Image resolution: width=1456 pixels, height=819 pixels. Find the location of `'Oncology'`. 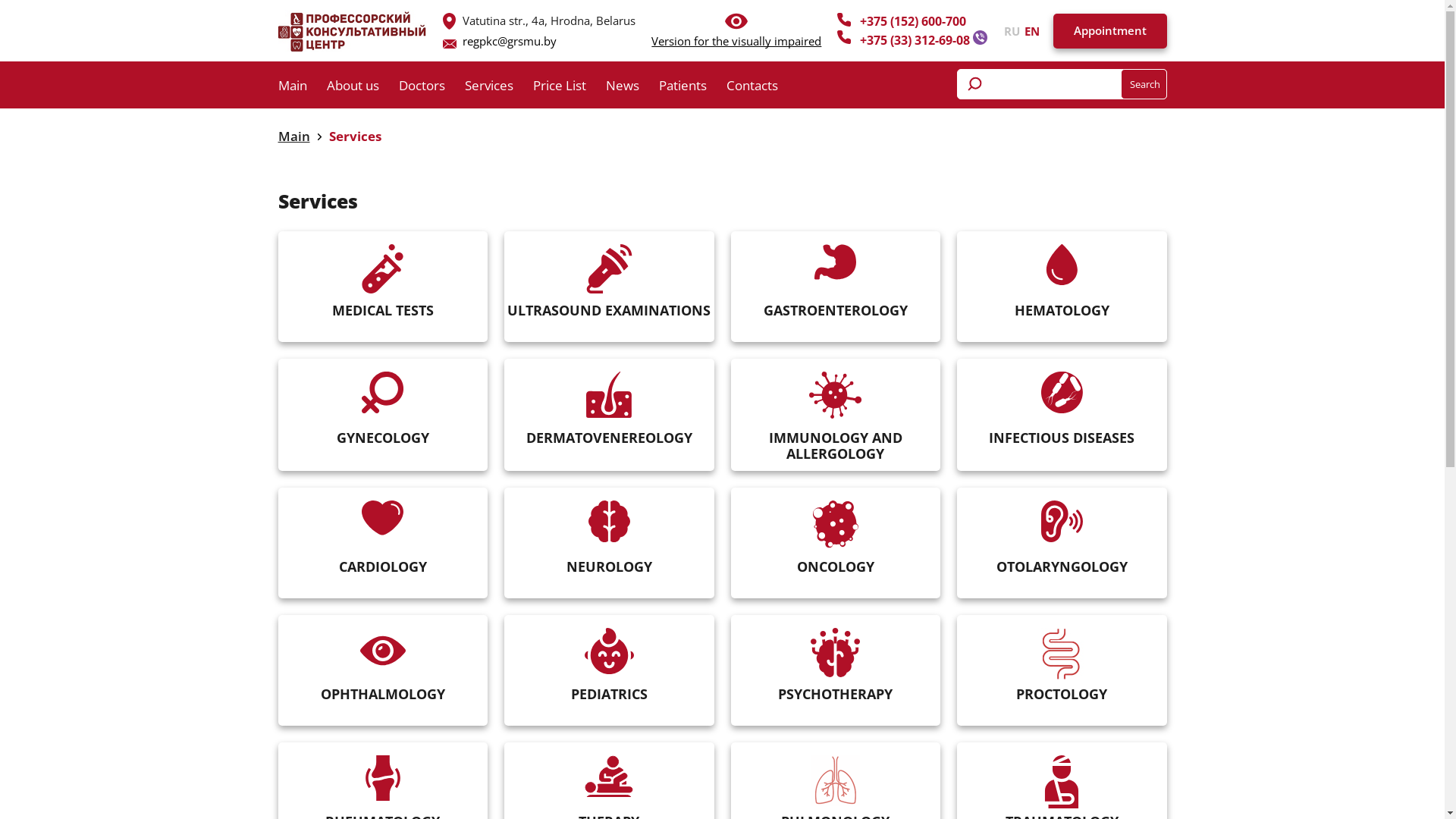

'Oncology' is located at coordinates (835, 523).